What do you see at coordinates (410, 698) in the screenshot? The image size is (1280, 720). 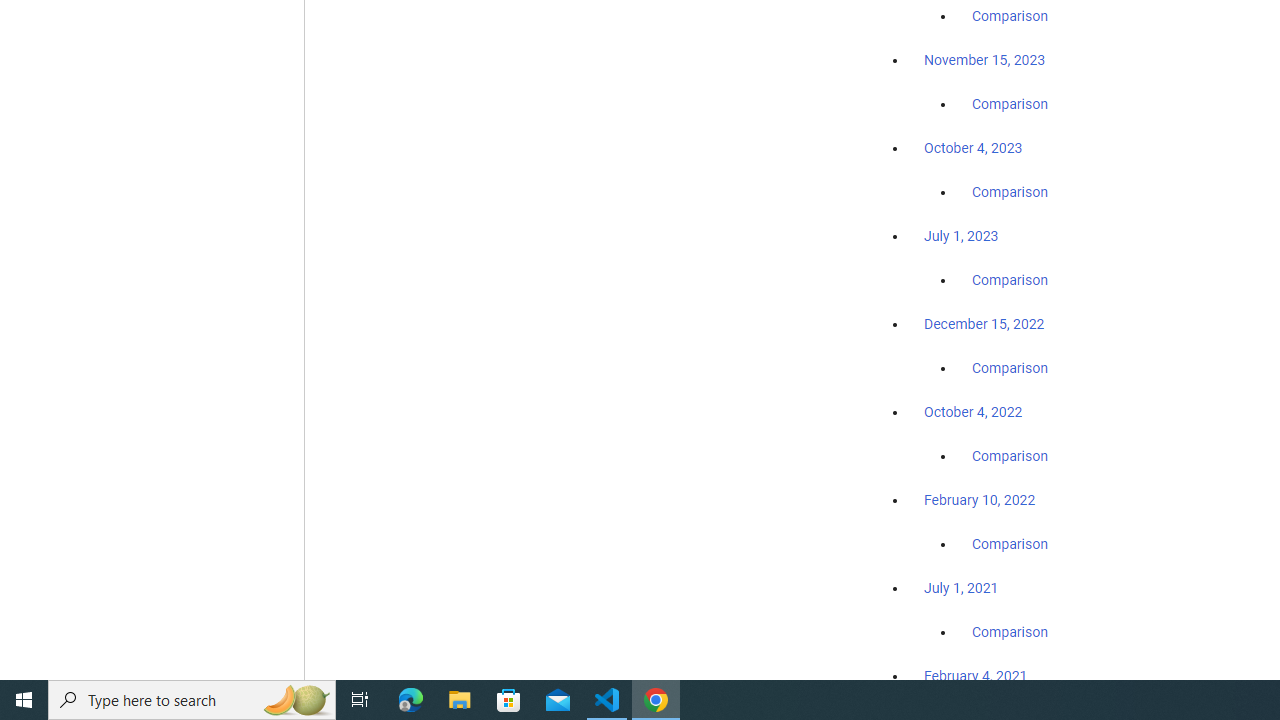 I see `'Microsoft Edge'` at bounding box center [410, 698].